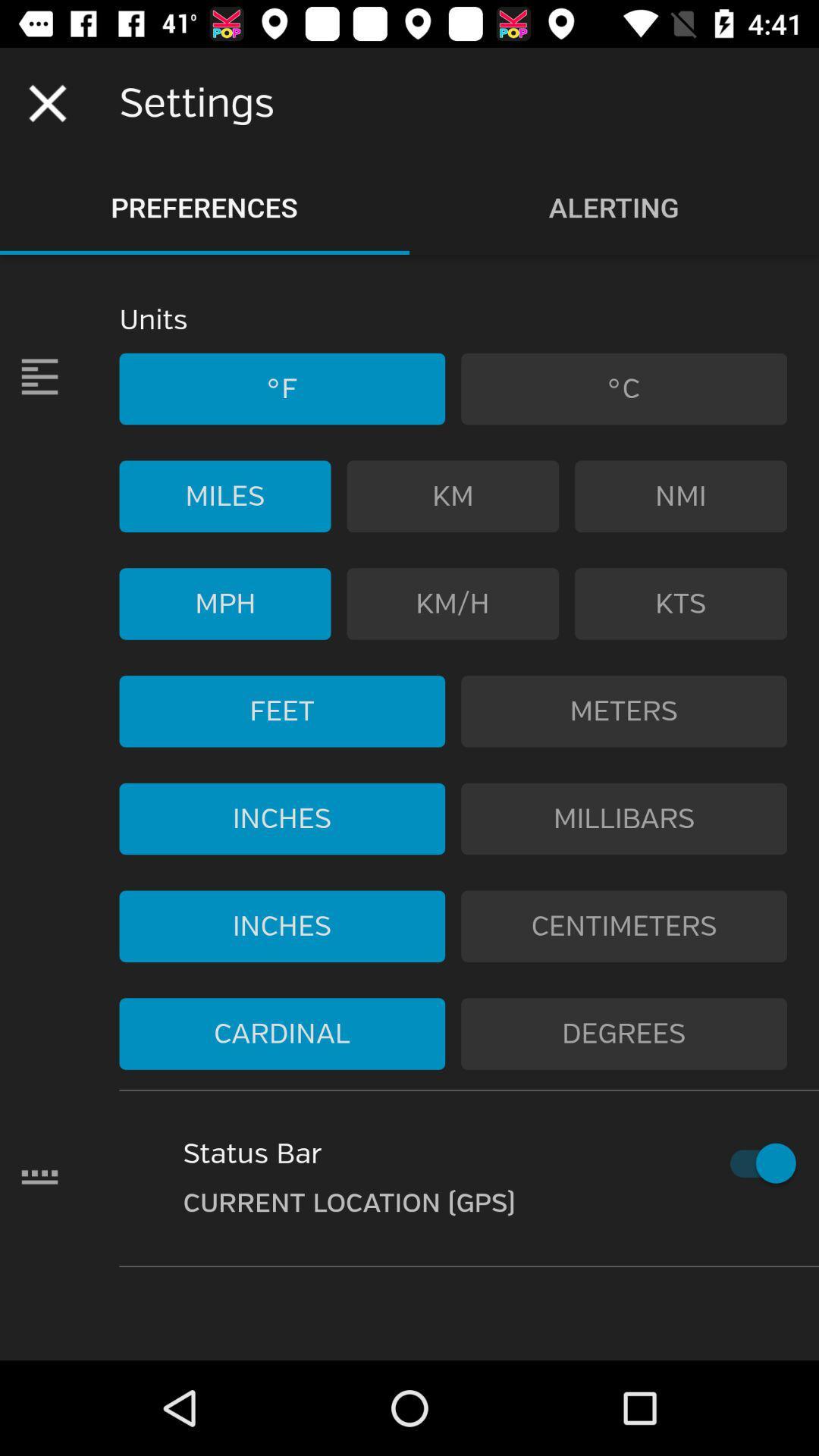 This screenshot has height=1456, width=819. What do you see at coordinates (755, 1163) in the screenshot?
I see `current gps location` at bounding box center [755, 1163].